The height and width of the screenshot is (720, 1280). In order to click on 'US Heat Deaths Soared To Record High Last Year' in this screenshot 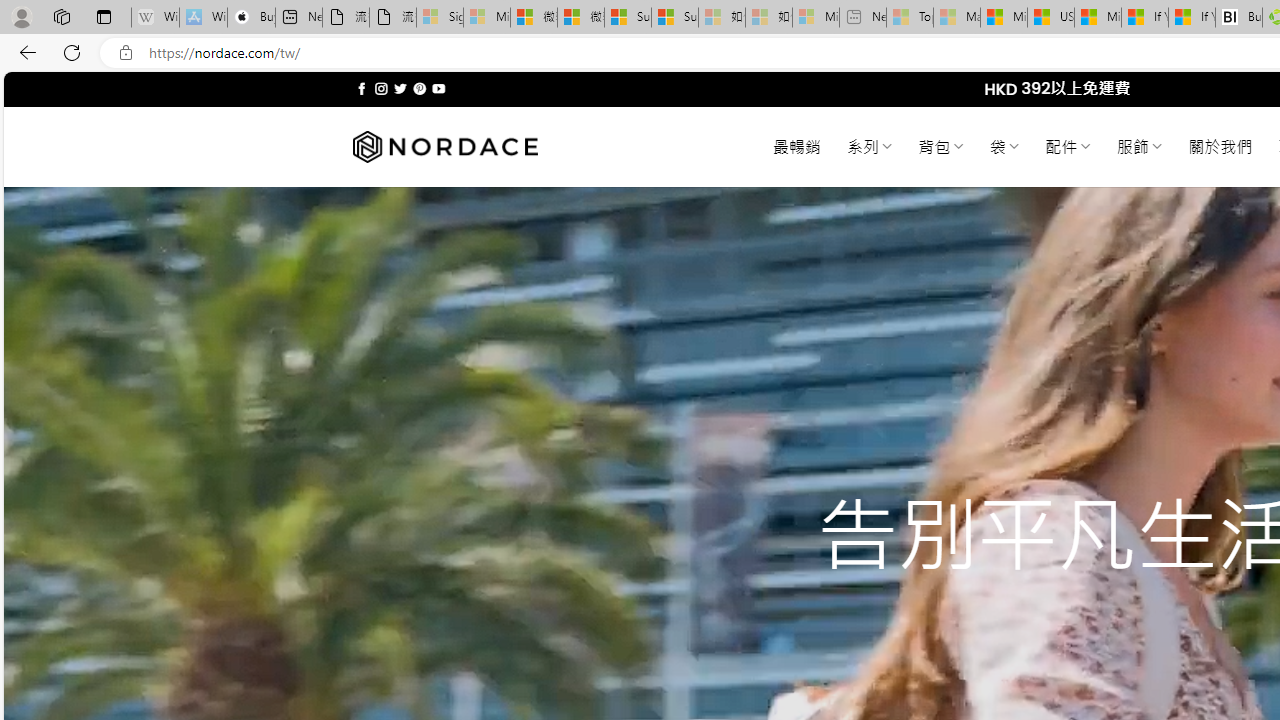, I will do `click(1049, 17)`.